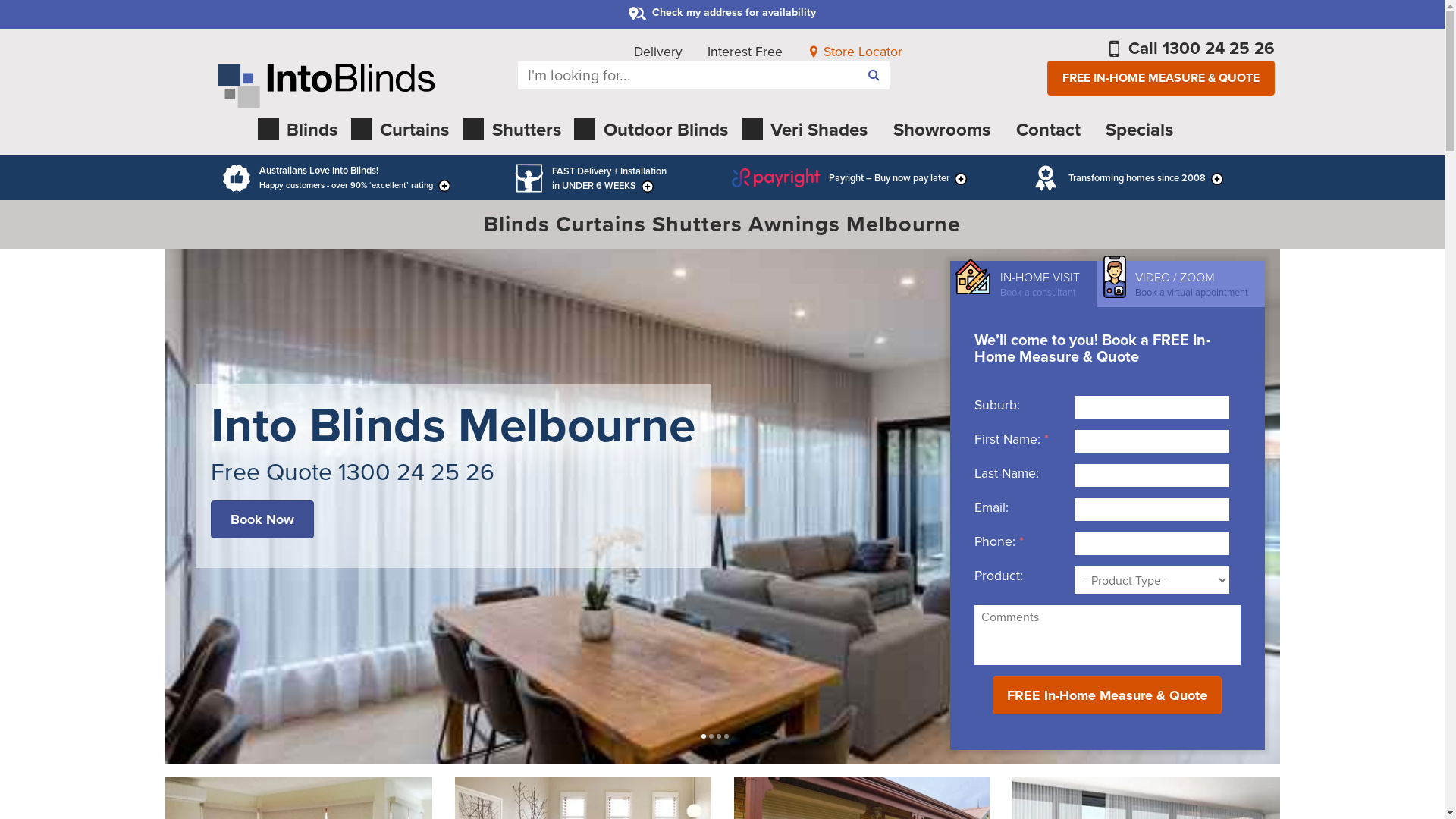  I want to click on 'VIDEO / ZOOM, so click(1179, 284).